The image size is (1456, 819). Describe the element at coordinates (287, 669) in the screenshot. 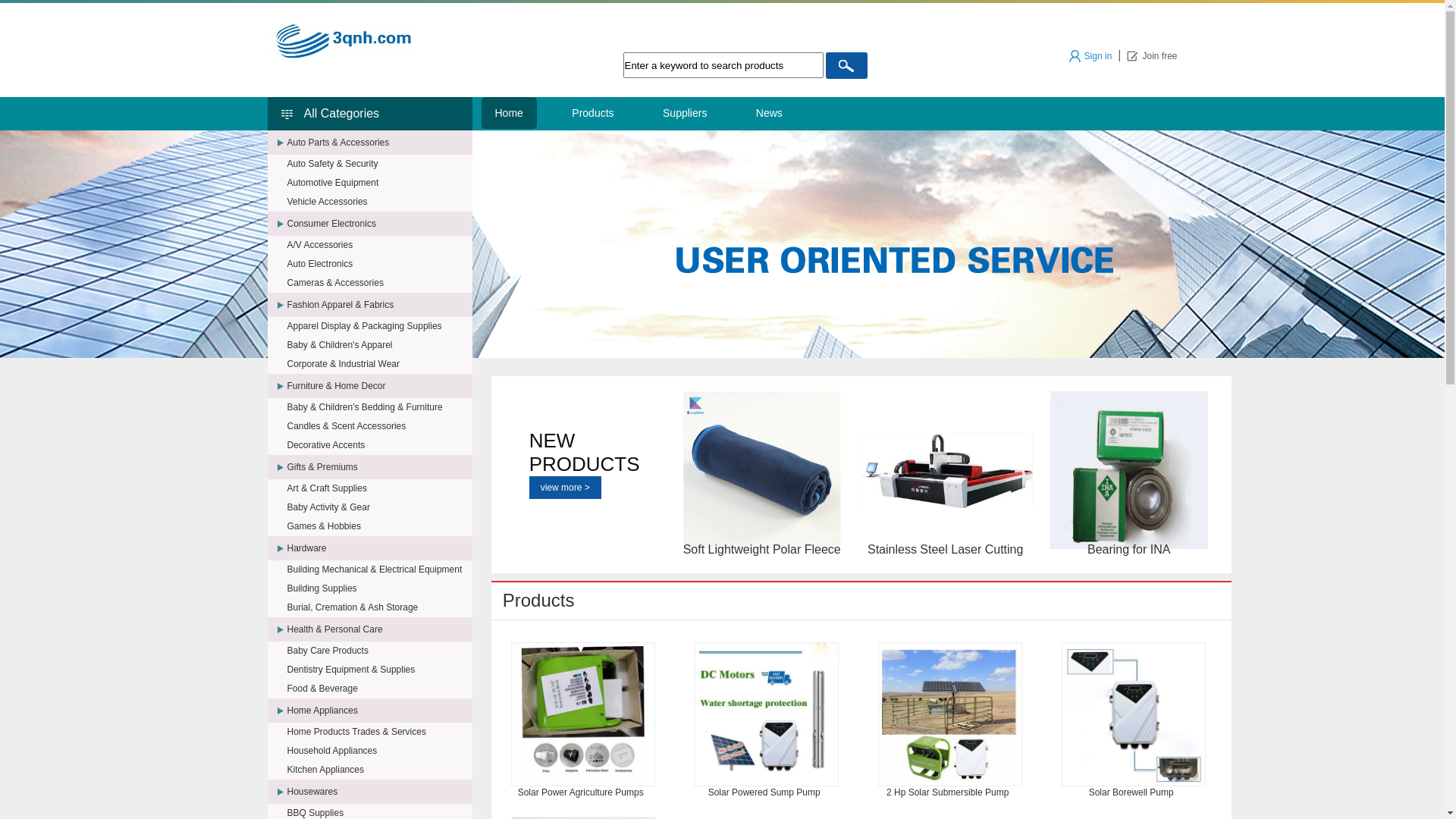

I see `'Dentistry Equipment & Supplies'` at that location.